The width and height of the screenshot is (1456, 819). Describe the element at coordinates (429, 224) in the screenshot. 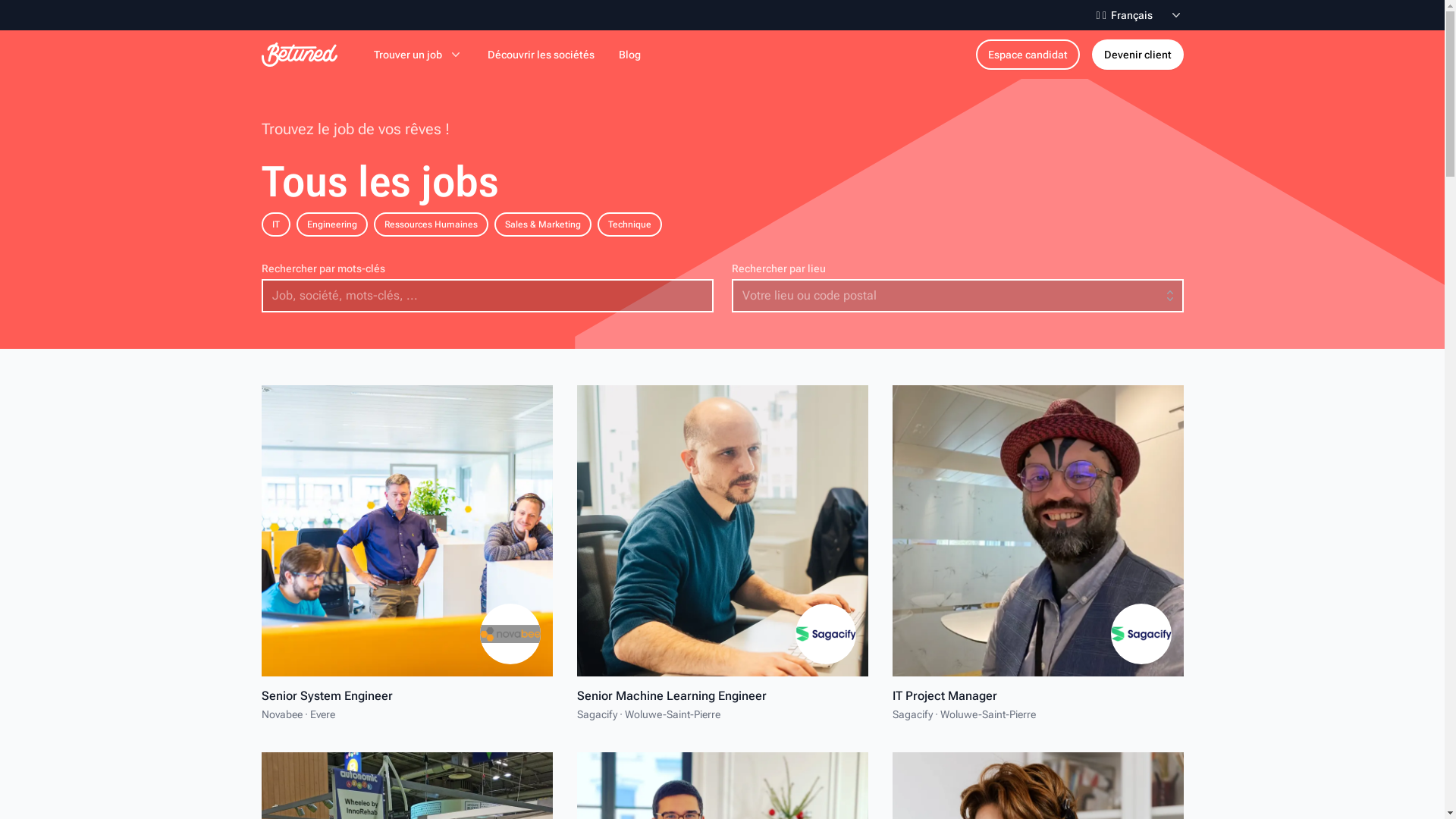

I see `'Ressources Humaines'` at that location.